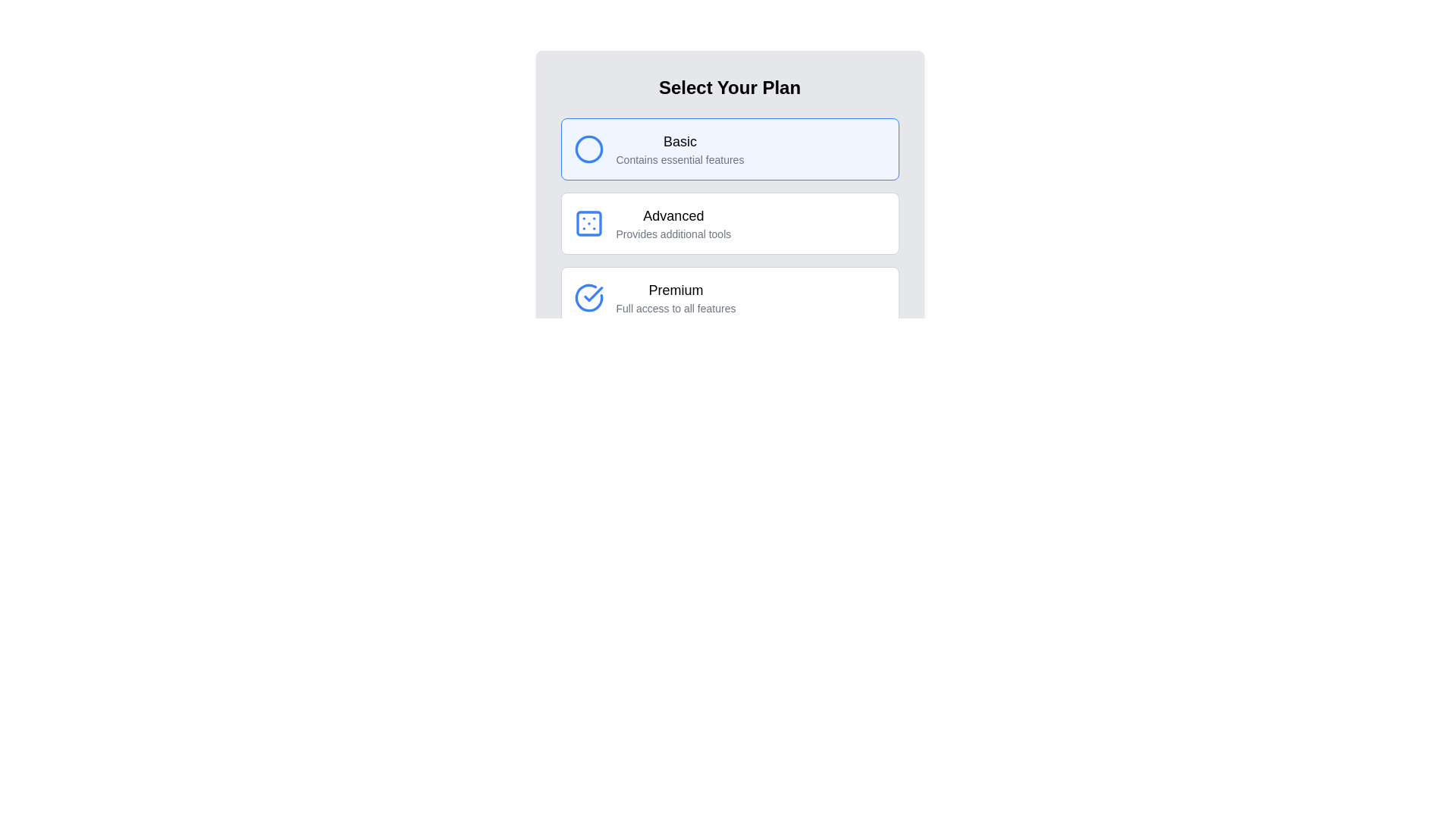 The image size is (1456, 819). What do you see at coordinates (592, 294) in the screenshot?
I see `the blue checkmark icon indicating selection for the 'Premium' plan option, which is visually positioned within a circular badge at the bottom of the interface` at bounding box center [592, 294].